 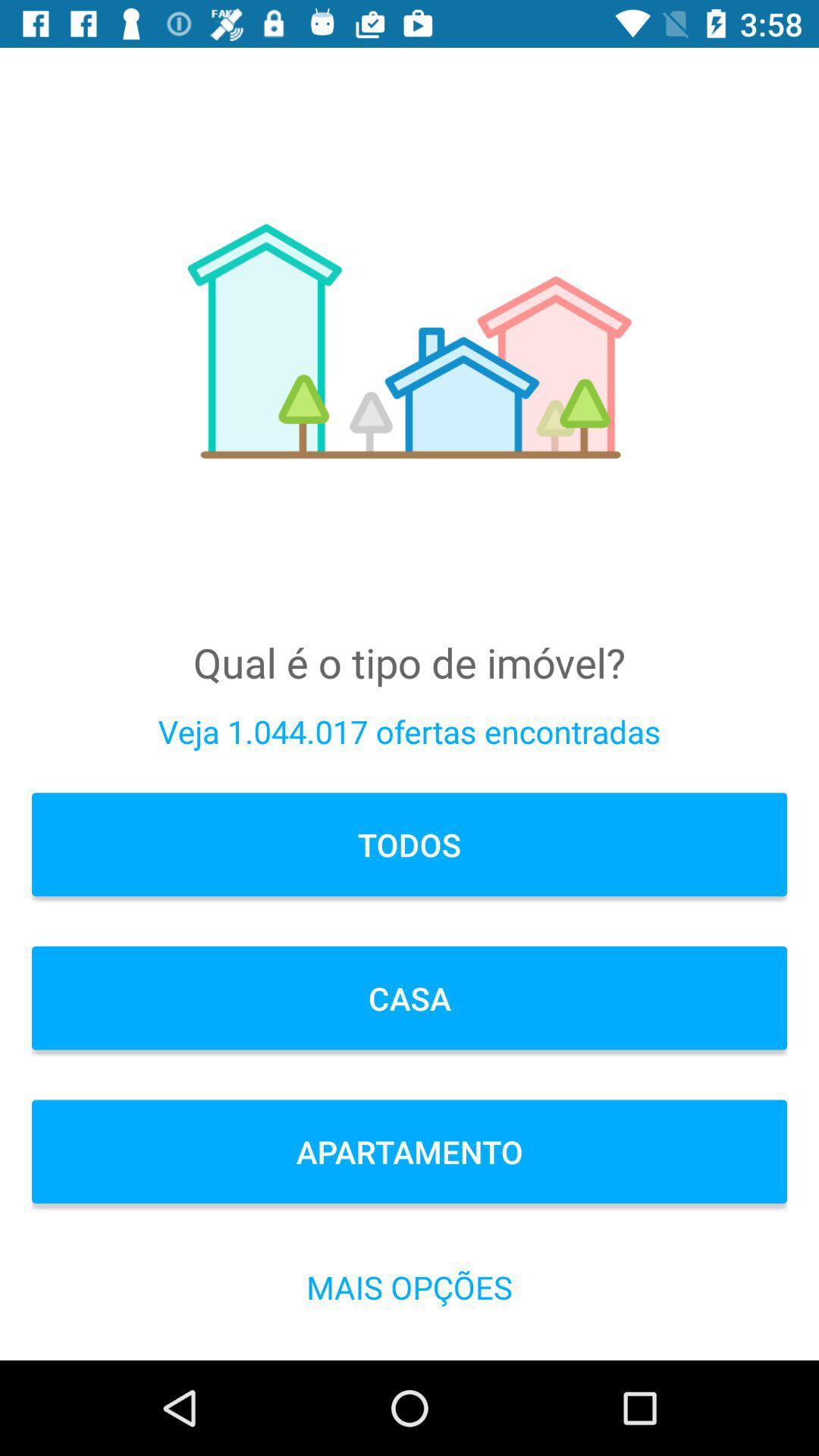 What do you see at coordinates (409, 843) in the screenshot?
I see `the item above casa icon` at bounding box center [409, 843].